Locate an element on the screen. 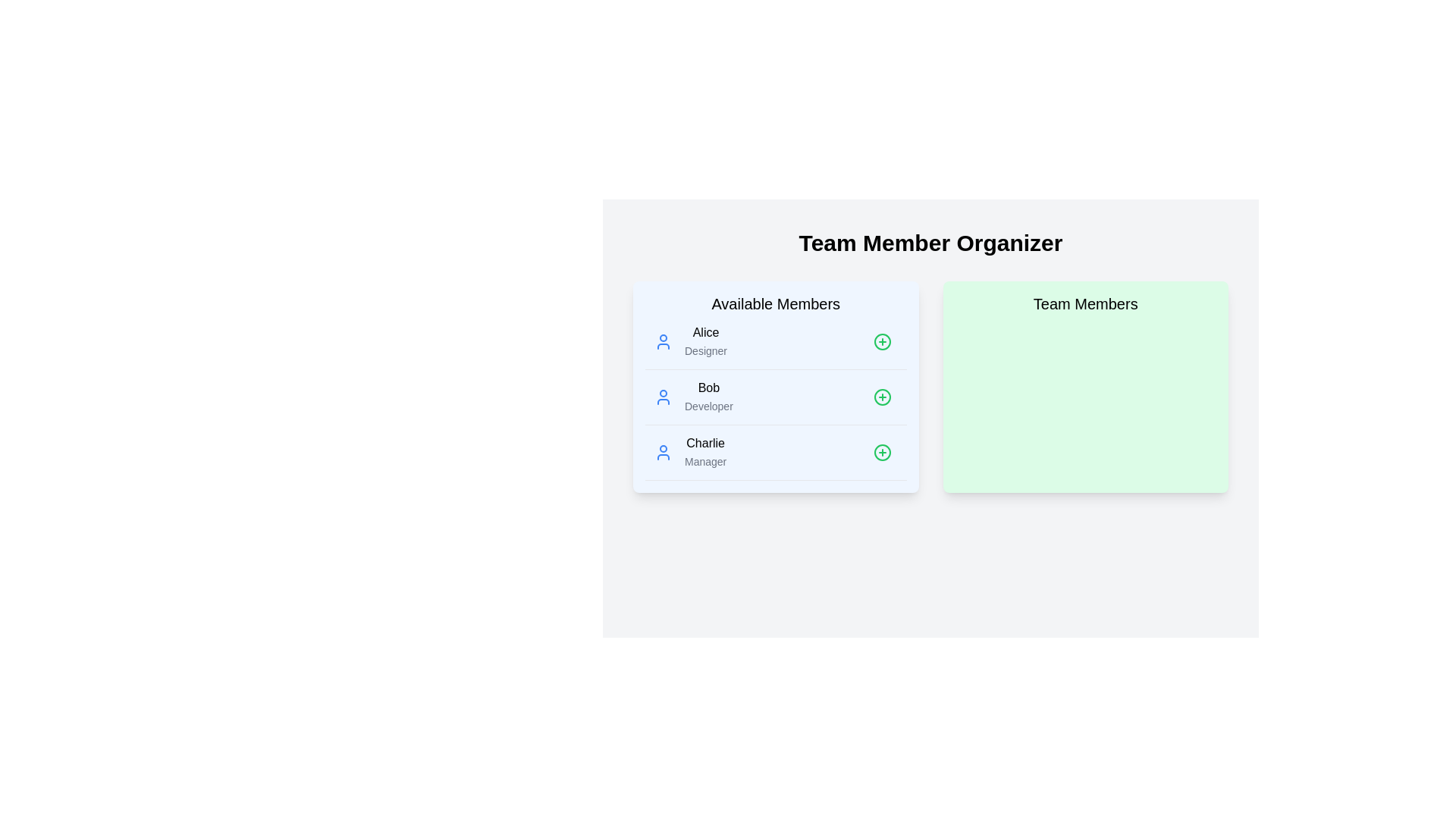  text header that says 'Team Member Organizer,' which is styled in bold and large font, located at the top of the main content area is located at coordinates (930, 242).